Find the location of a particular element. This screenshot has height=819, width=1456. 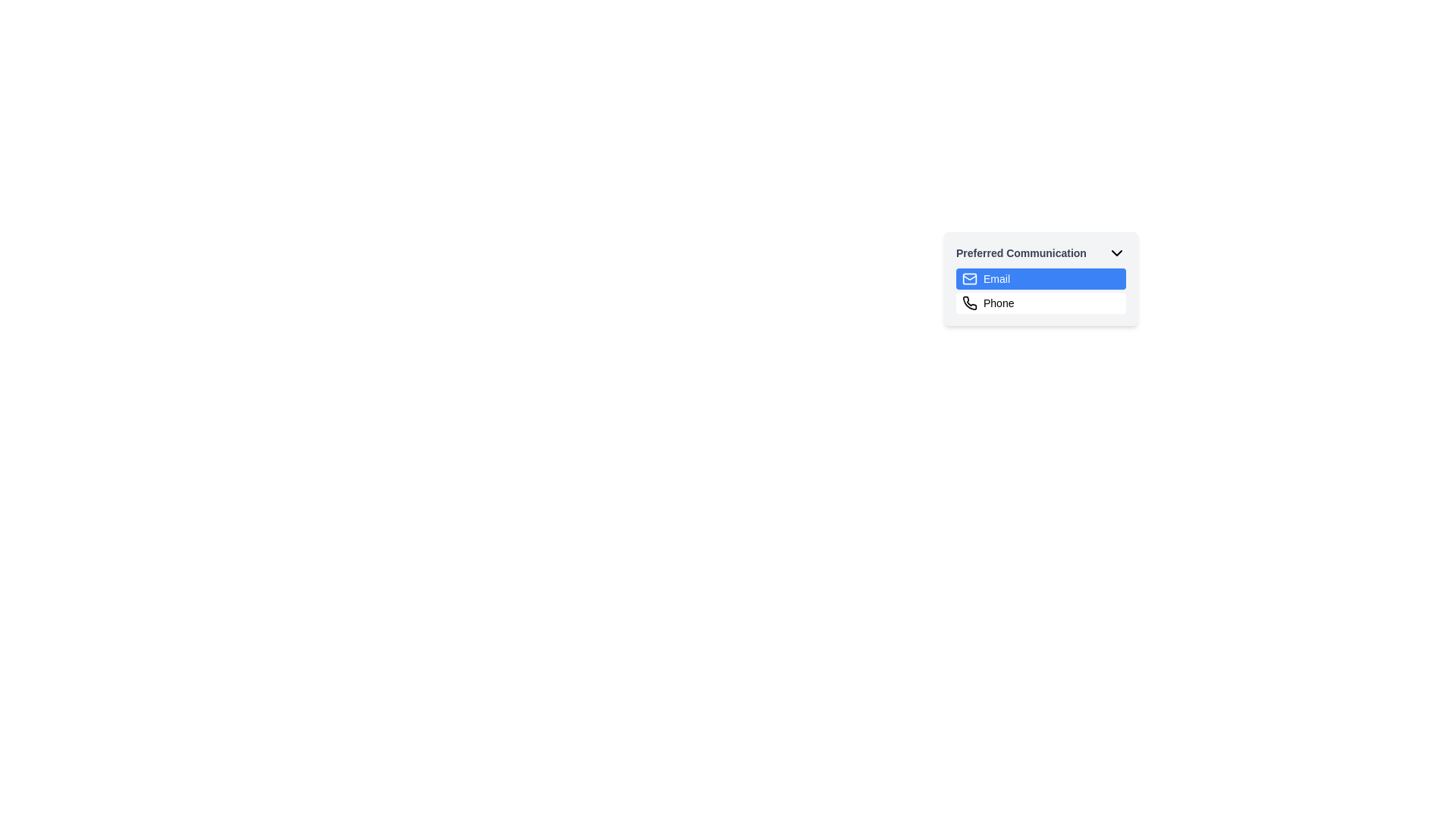

the Dropdown menu options labeled 'Email' and 'Phone' under the 'Preferred Communication' header is located at coordinates (1040, 291).